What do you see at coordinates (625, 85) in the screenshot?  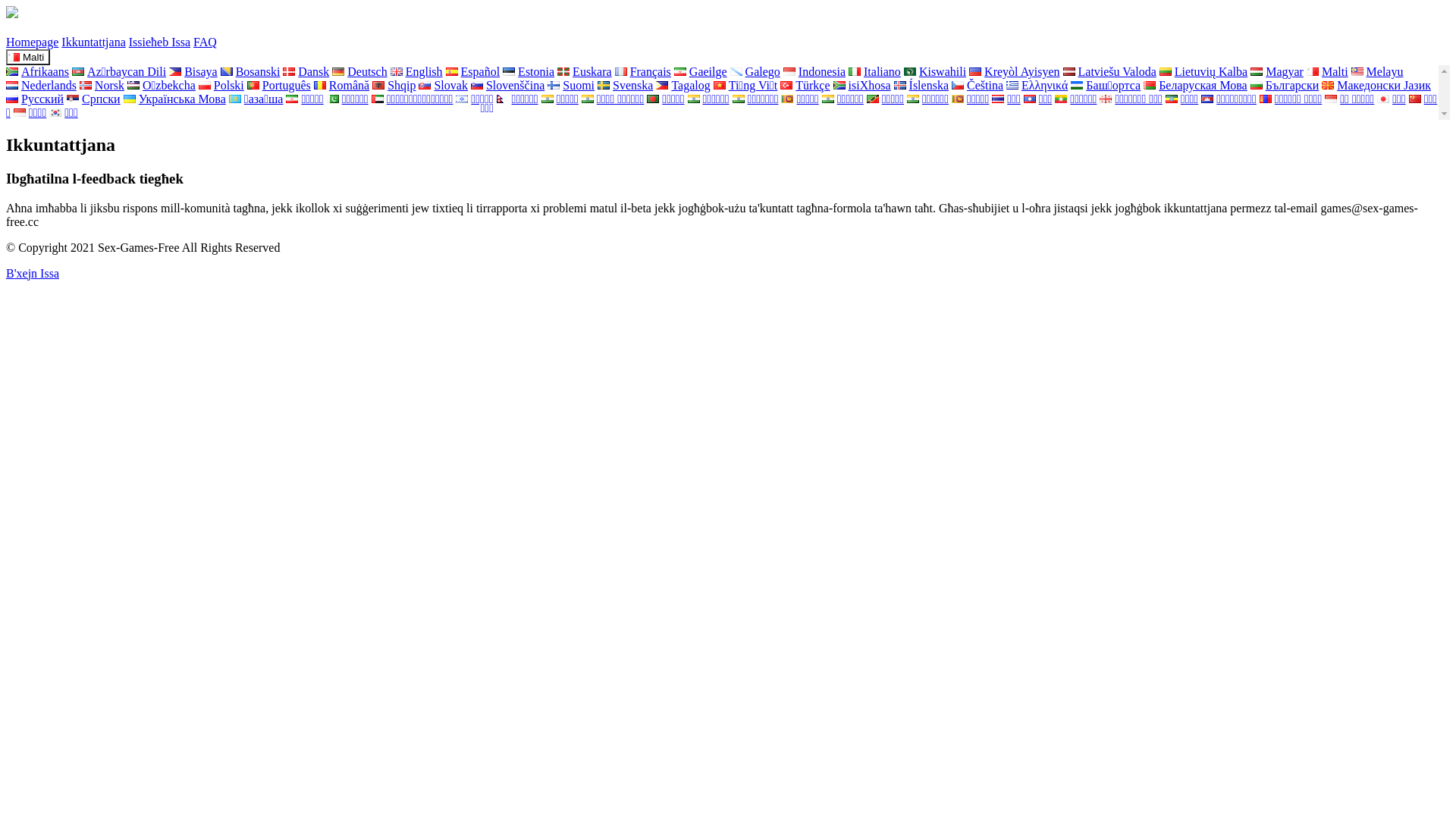 I see `'Svenska'` at bounding box center [625, 85].